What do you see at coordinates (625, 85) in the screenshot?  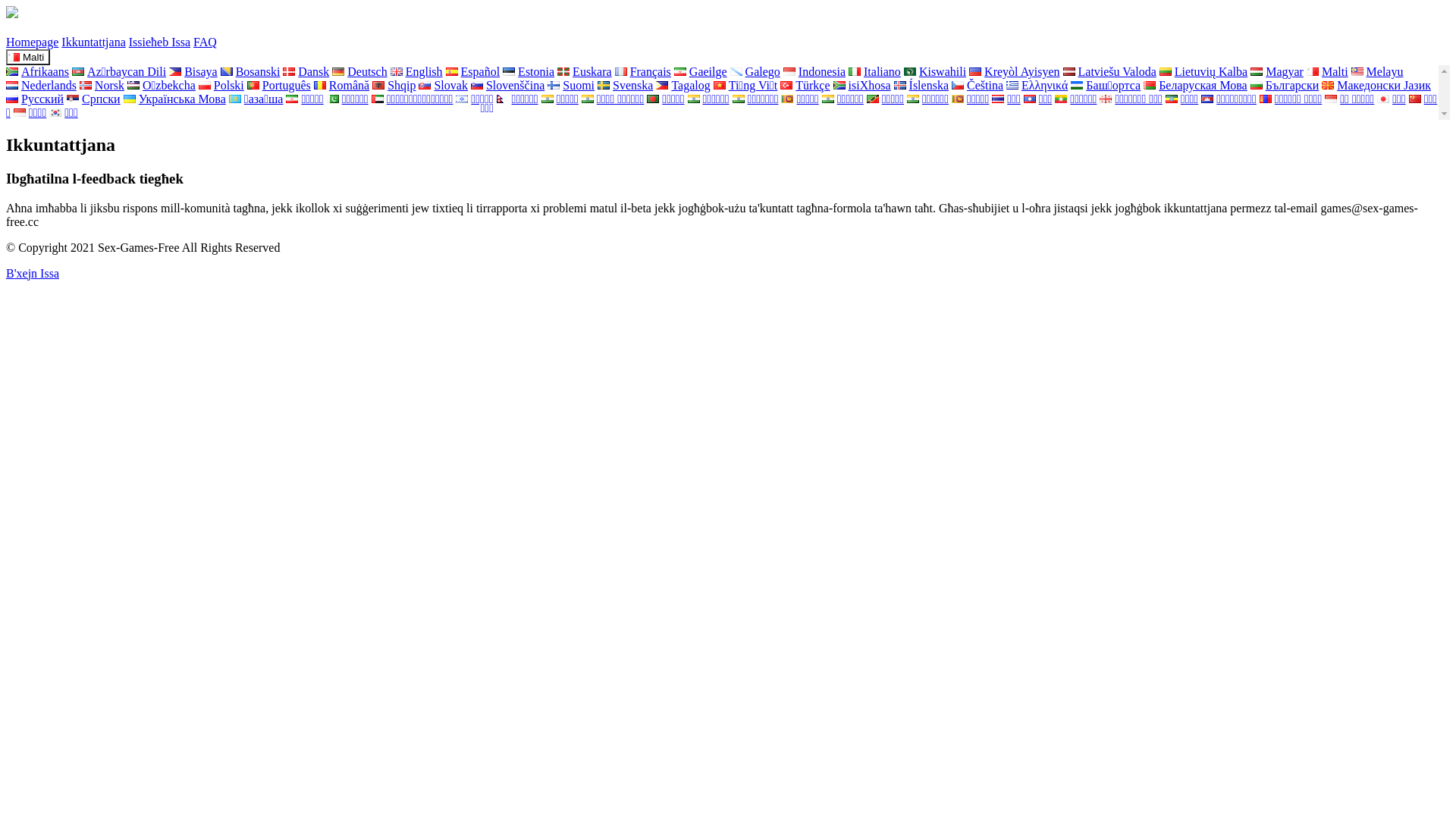 I see `'Svenska'` at bounding box center [625, 85].